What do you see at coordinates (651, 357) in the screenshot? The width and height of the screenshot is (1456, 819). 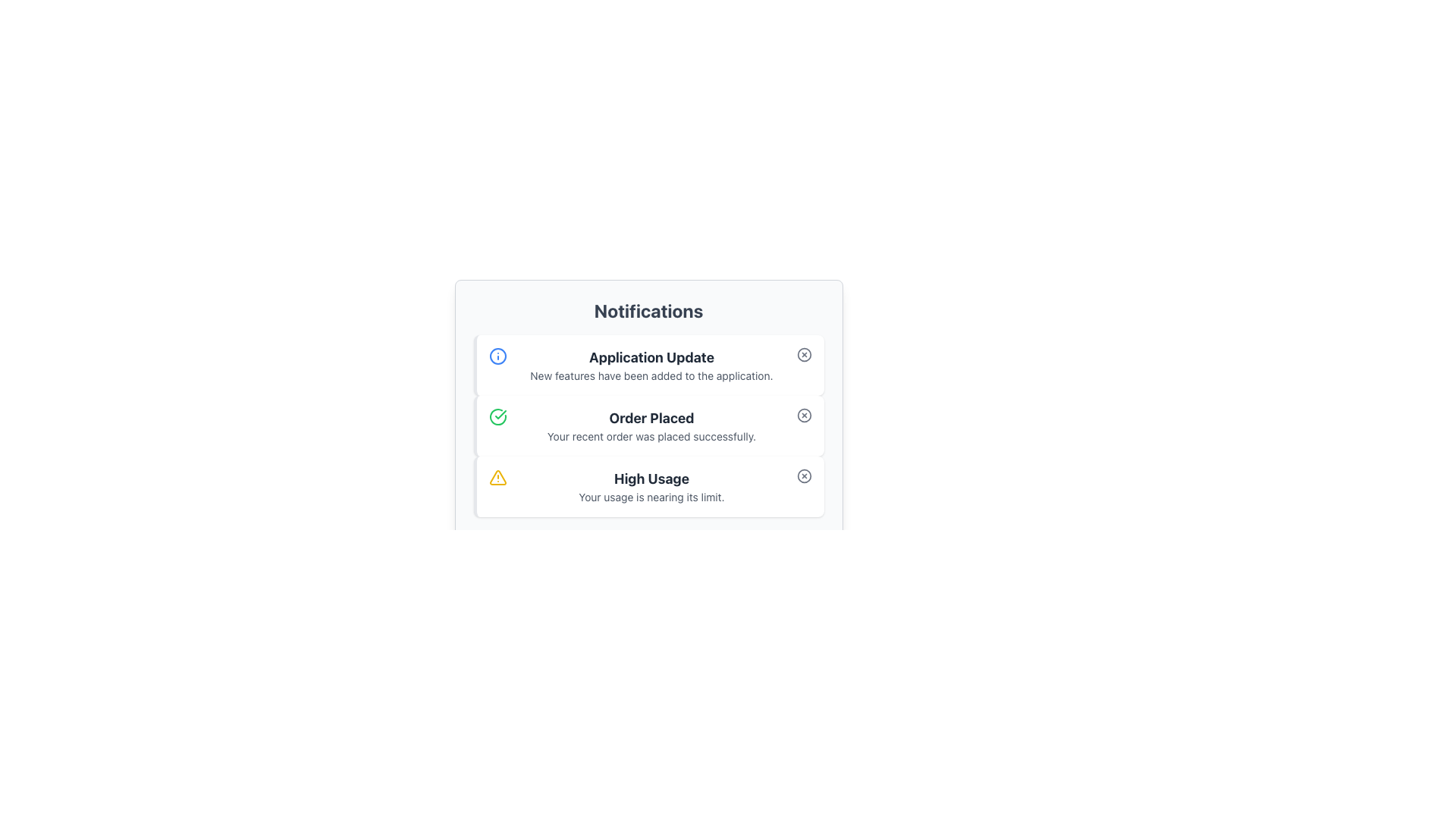 I see `the text label displaying 'Application Update' which is styled in bold and dark gray, located at the top of the notification card` at bounding box center [651, 357].